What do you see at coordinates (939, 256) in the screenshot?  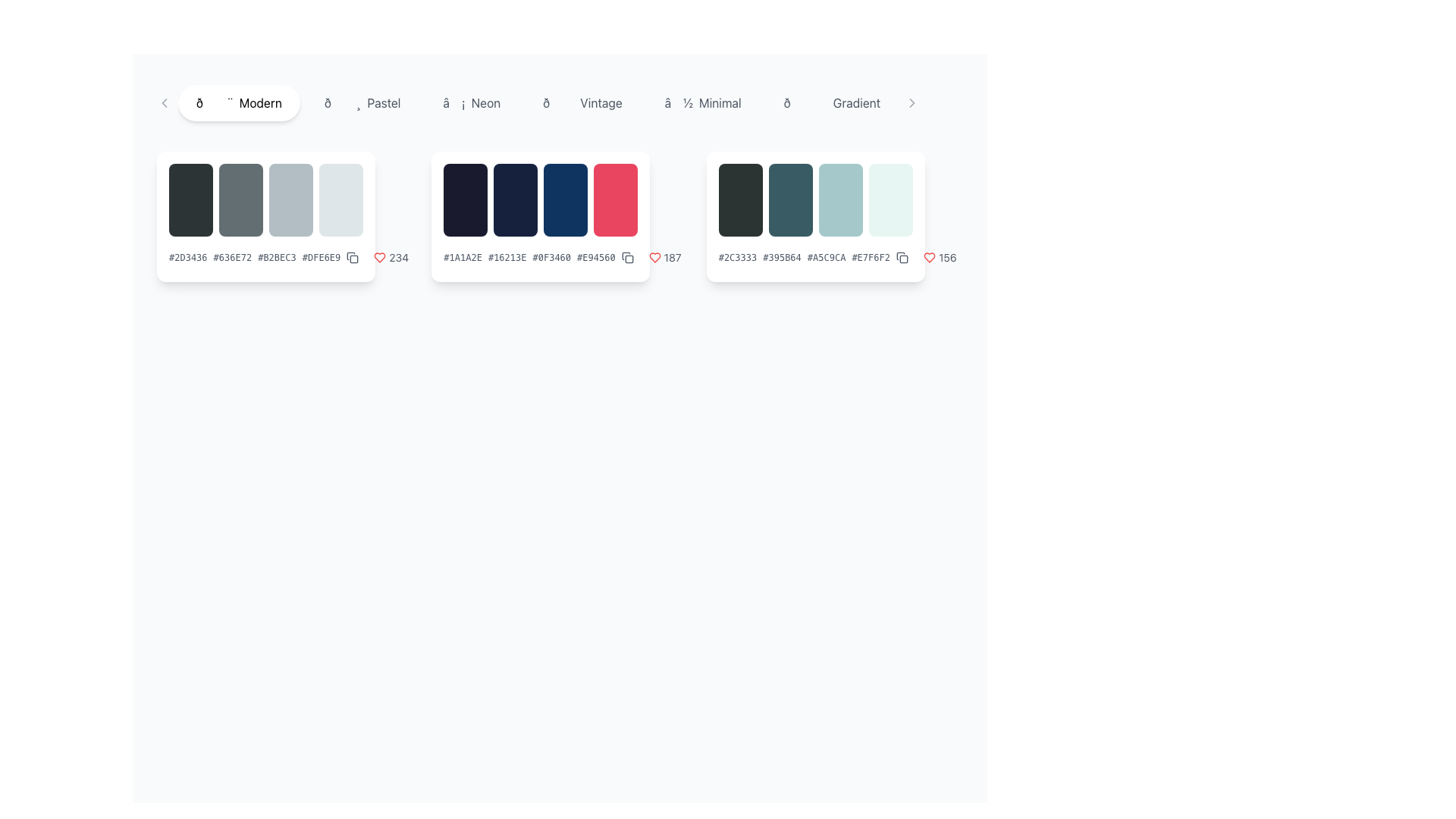 I see `the label displaying the number '156' next to the red heart icon in the third card from the left` at bounding box center [939, 256].